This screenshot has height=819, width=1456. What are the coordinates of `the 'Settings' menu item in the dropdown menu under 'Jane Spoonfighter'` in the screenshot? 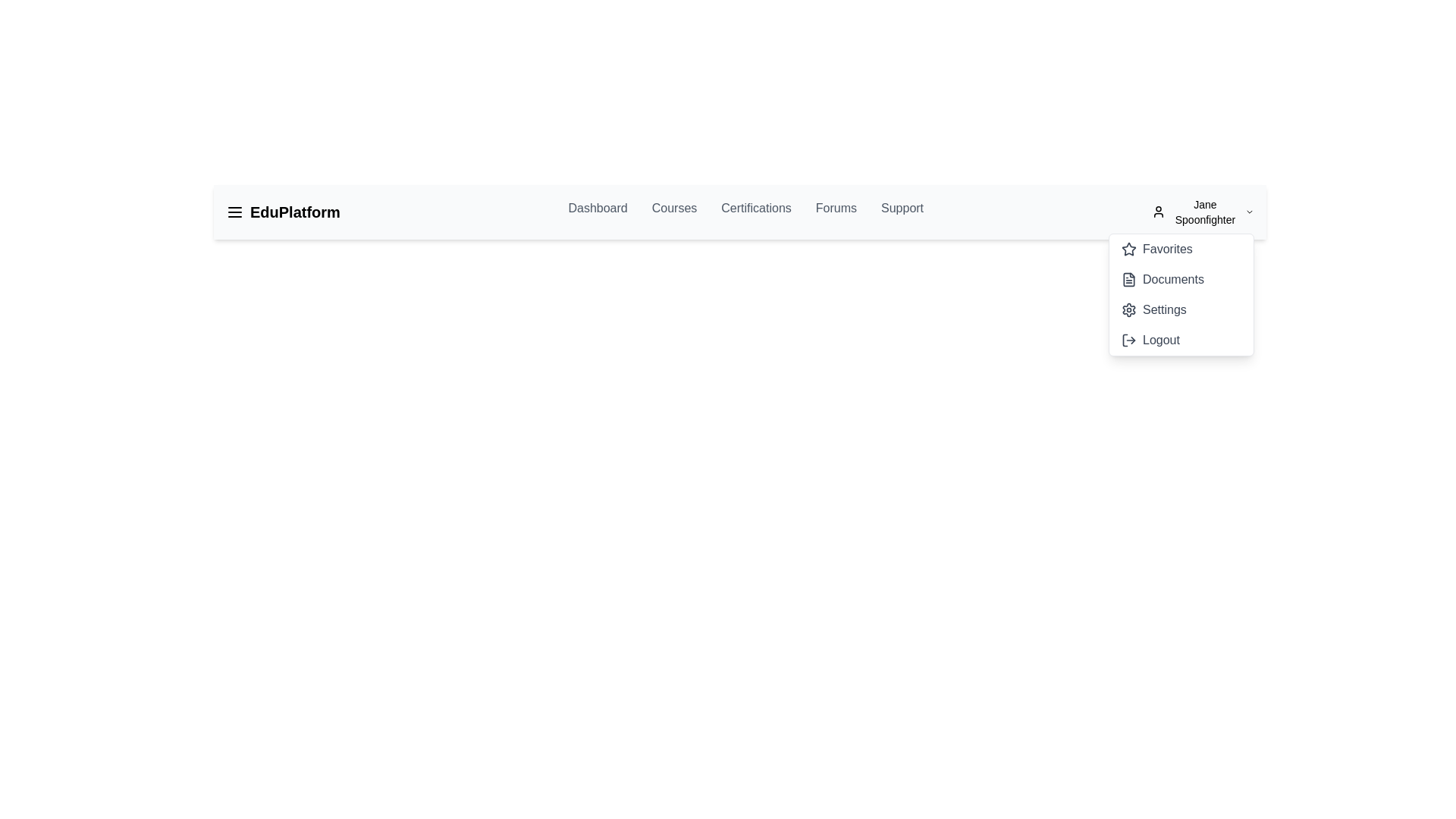 It's located at (1153, 309).